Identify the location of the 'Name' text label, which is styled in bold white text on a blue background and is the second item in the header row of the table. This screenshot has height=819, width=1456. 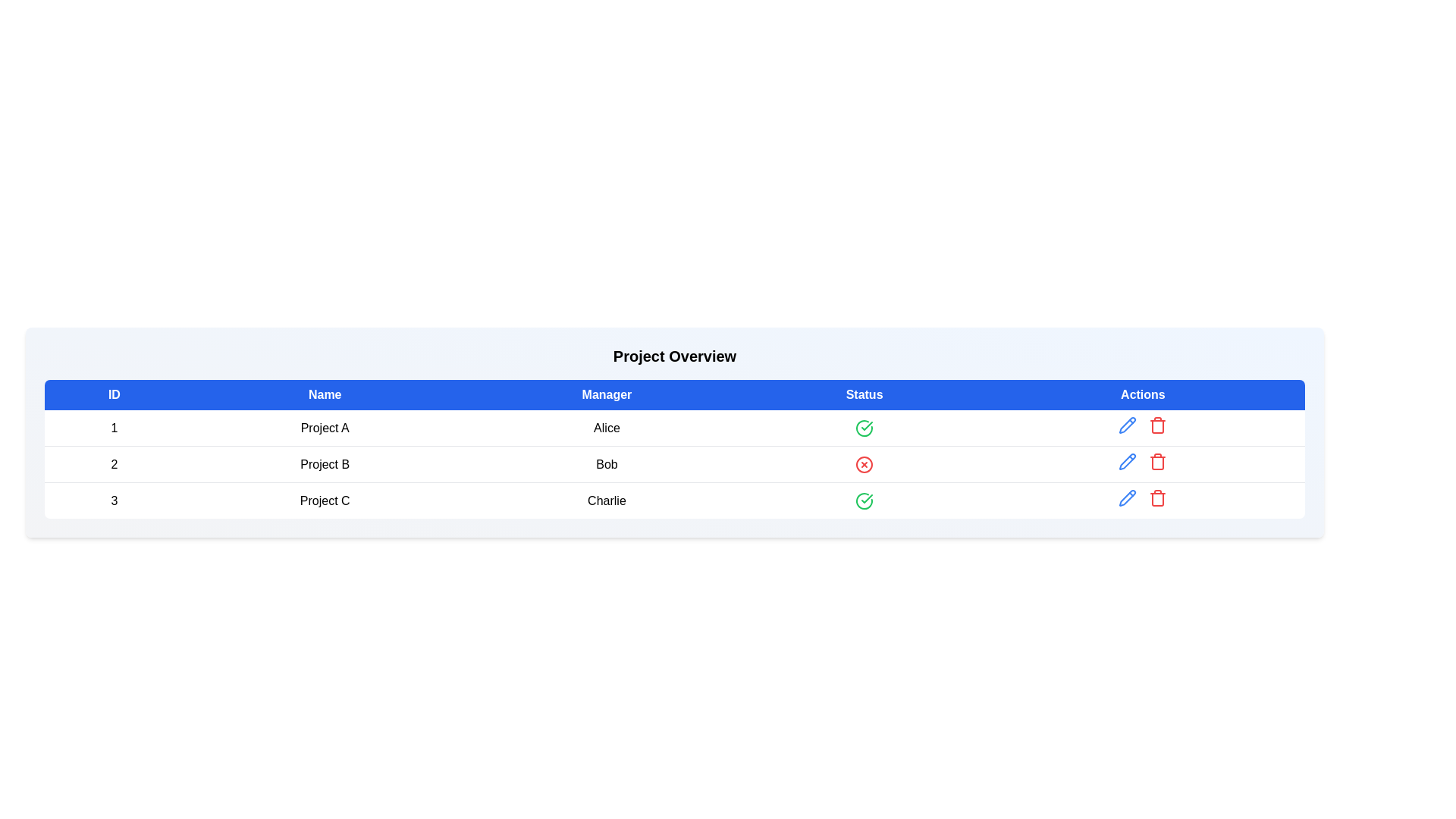
(324, 394).